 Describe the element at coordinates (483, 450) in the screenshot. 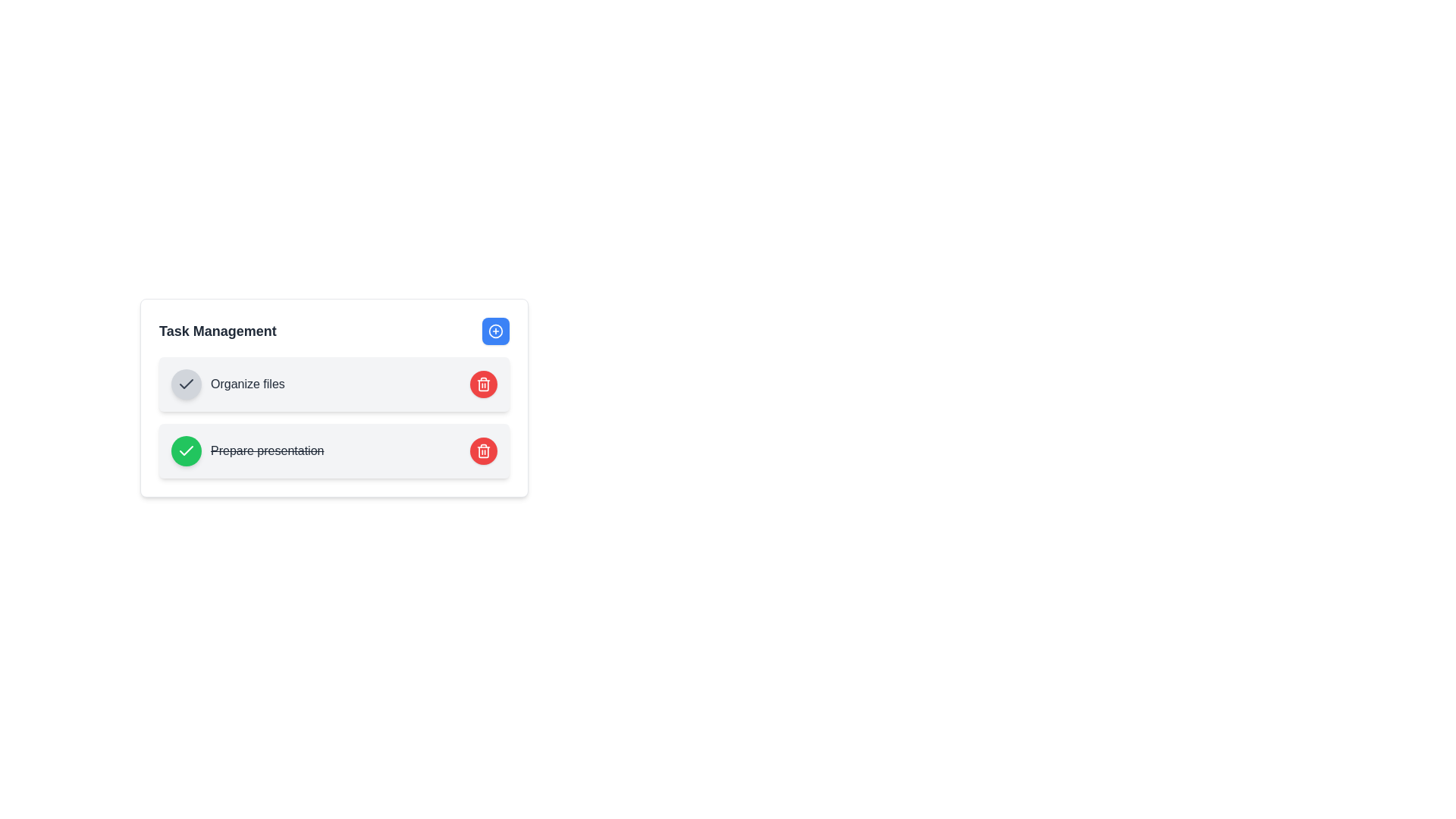

I see `the delete button located on the far right of the task row labeled 'Prepare presentation'` at that location.